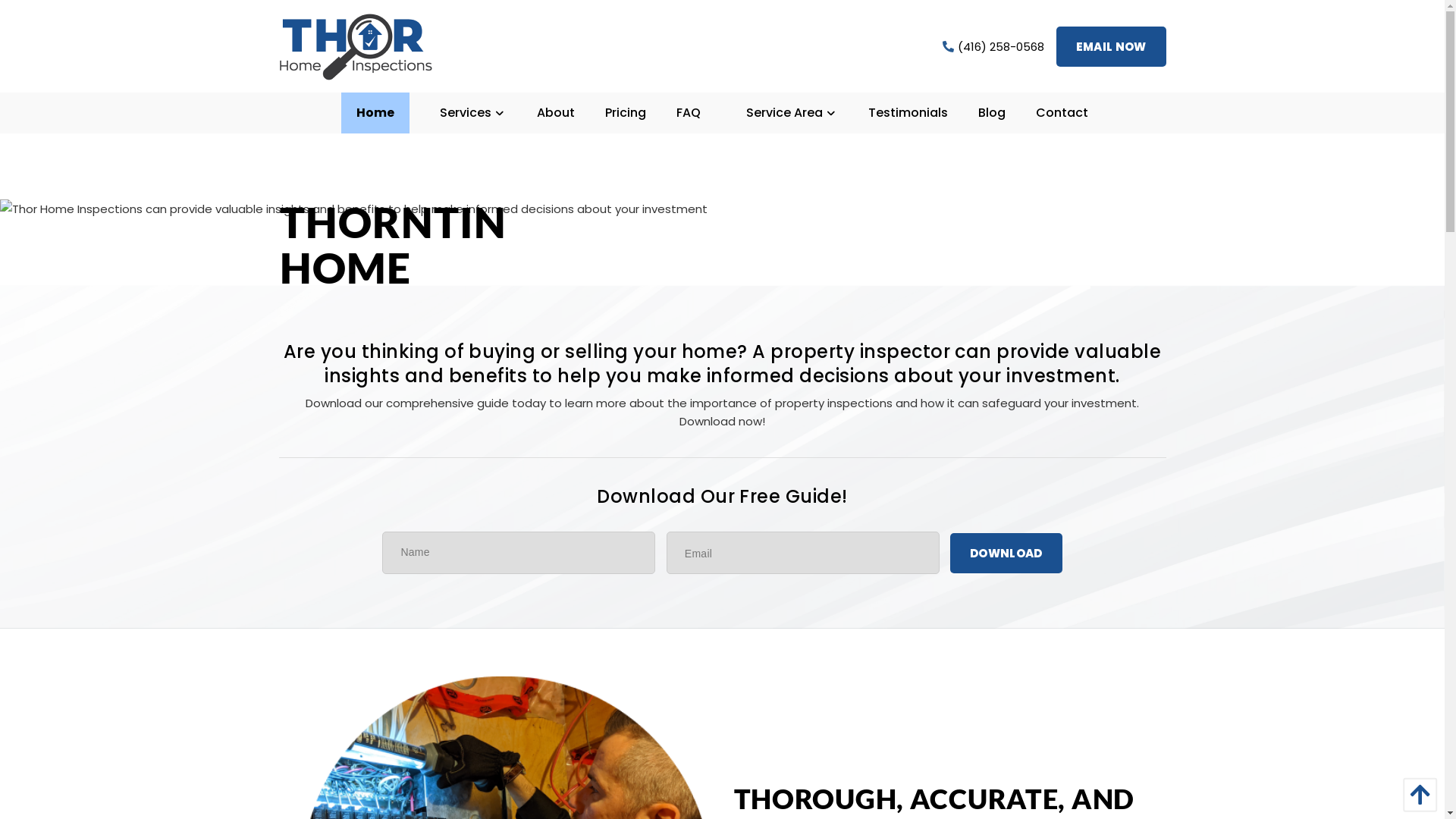  Describe the element at coordinates (687, 112) in the screenshot. I see `'FAQ'` at that location.